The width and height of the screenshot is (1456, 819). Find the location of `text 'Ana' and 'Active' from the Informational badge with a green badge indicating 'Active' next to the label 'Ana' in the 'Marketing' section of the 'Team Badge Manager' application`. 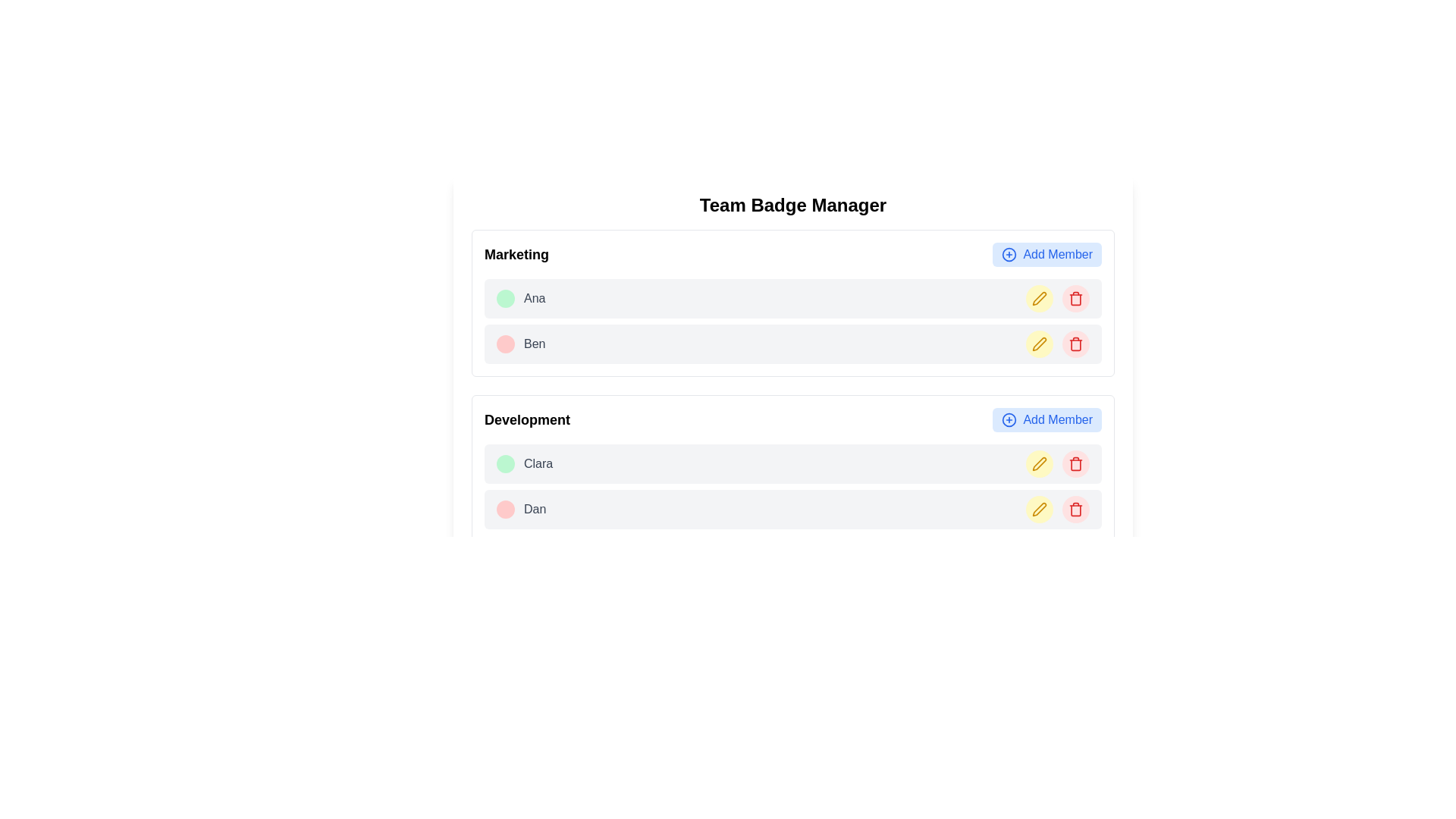

text 'Ana' and 'Active' from the Informational badge with a green badge indicating 'Active' next to the label 'Ana' in the 'Marketing' section of the 'Team Badge Manager' application is located at coordinates (521, 298).